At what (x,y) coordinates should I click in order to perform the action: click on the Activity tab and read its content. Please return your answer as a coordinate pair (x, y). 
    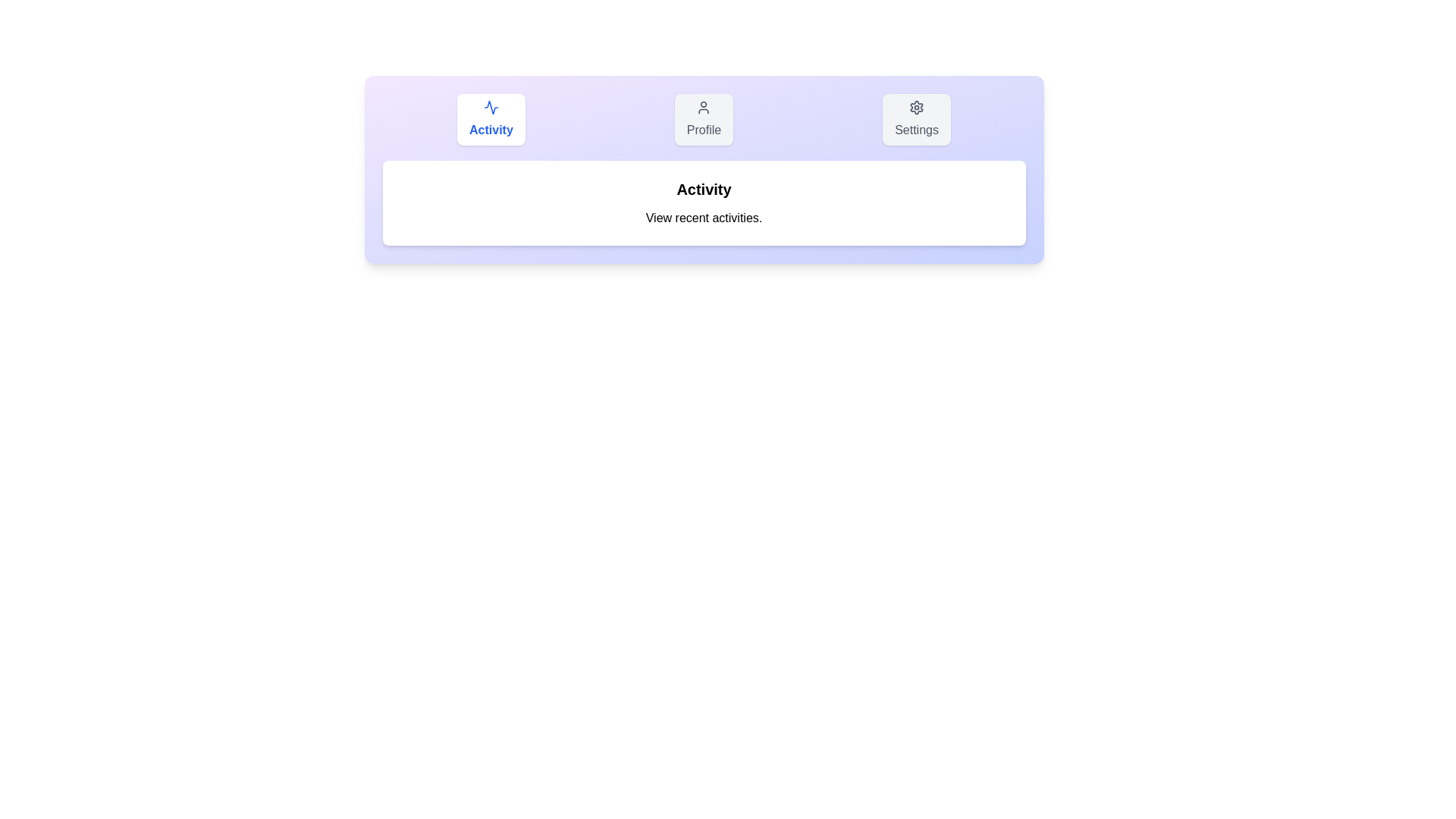
    Looking at the image, I should click on (491, 119).